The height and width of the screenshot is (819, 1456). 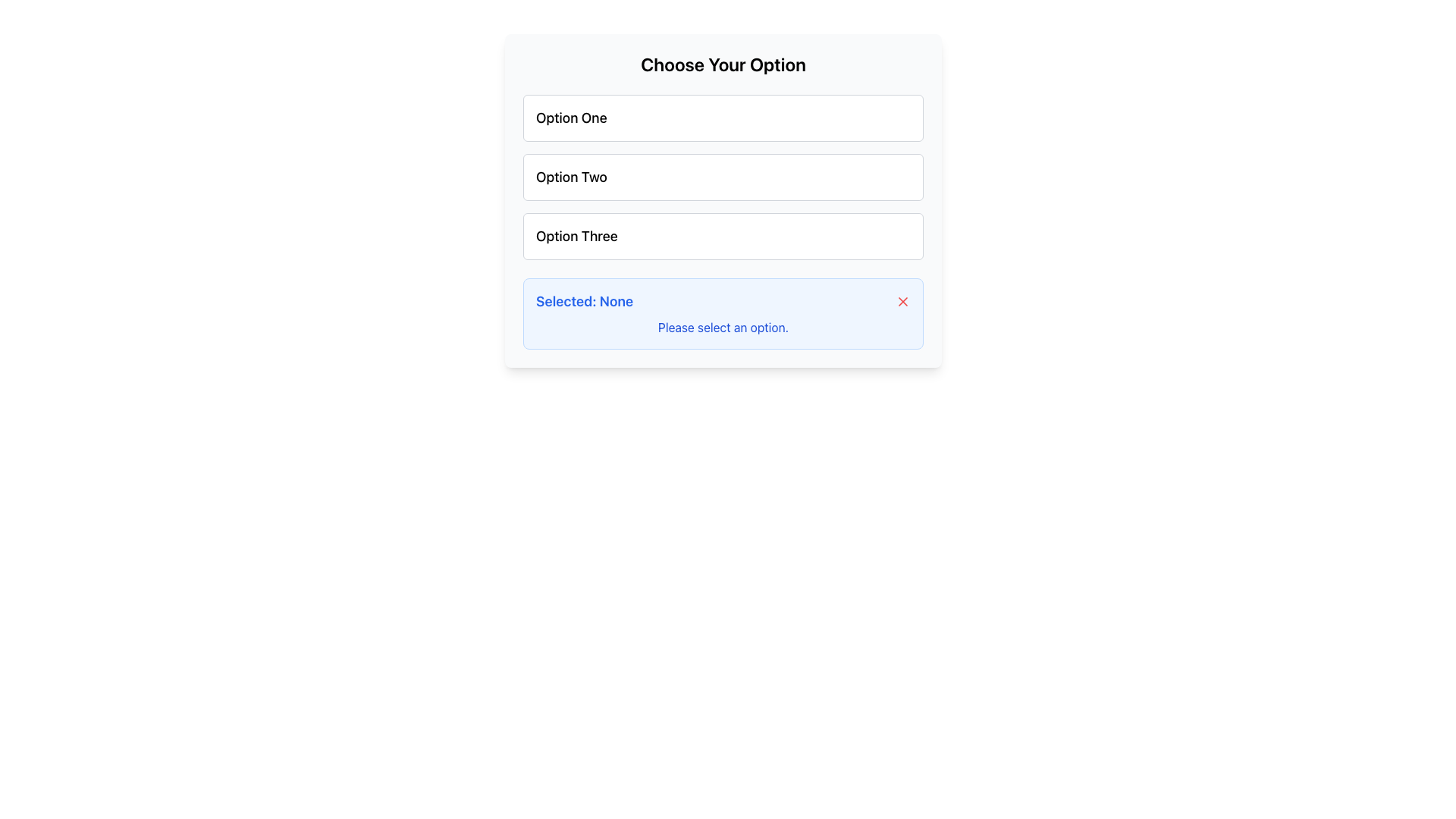 I want to click on the 'Option One' text label, which is a bold label part of the selection interface under 'Choose Your Option', so click(x=570, y=117).